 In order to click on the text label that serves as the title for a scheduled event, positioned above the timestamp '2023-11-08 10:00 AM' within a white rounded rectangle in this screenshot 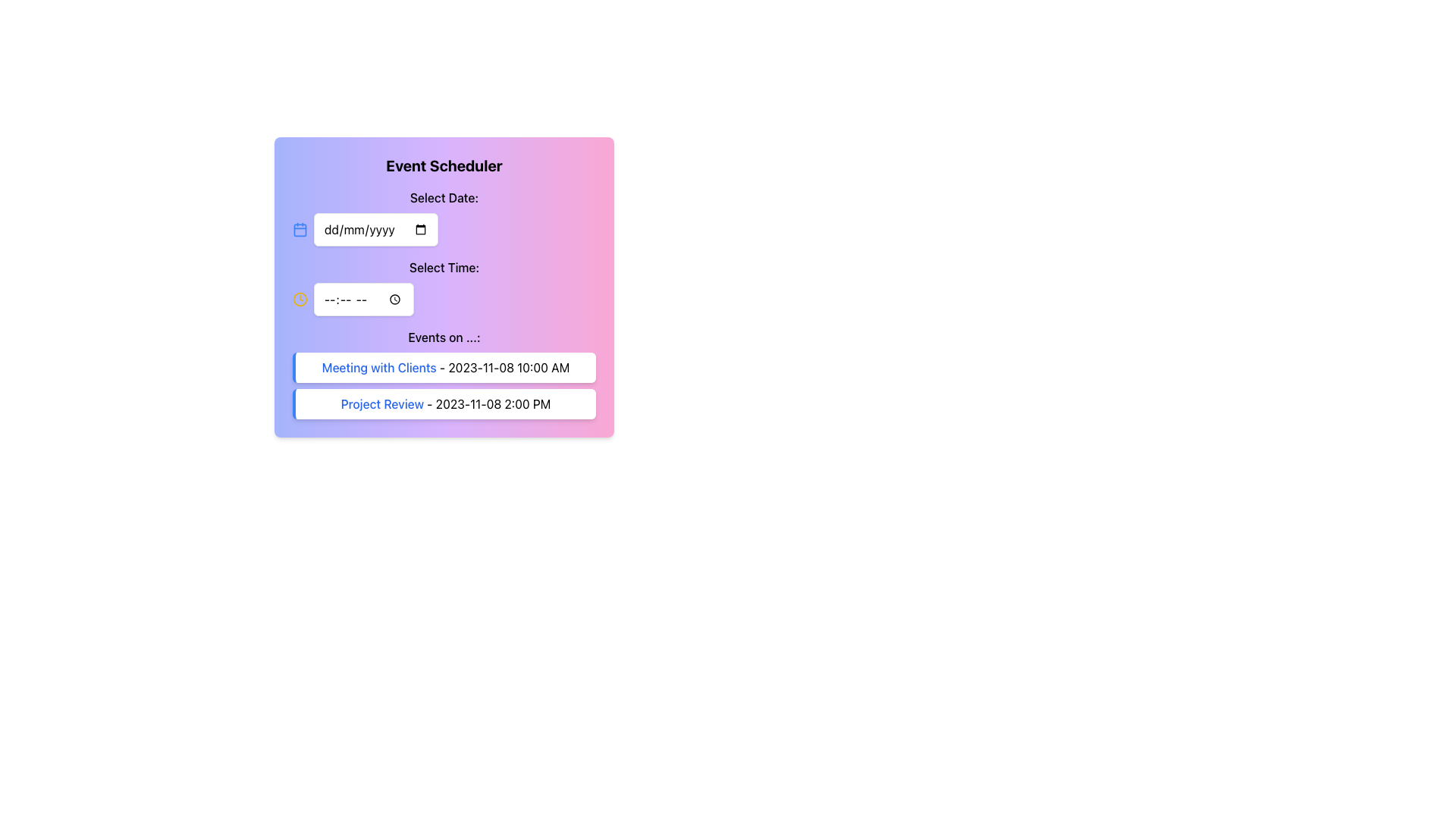, I will do `click(378, 368)`.